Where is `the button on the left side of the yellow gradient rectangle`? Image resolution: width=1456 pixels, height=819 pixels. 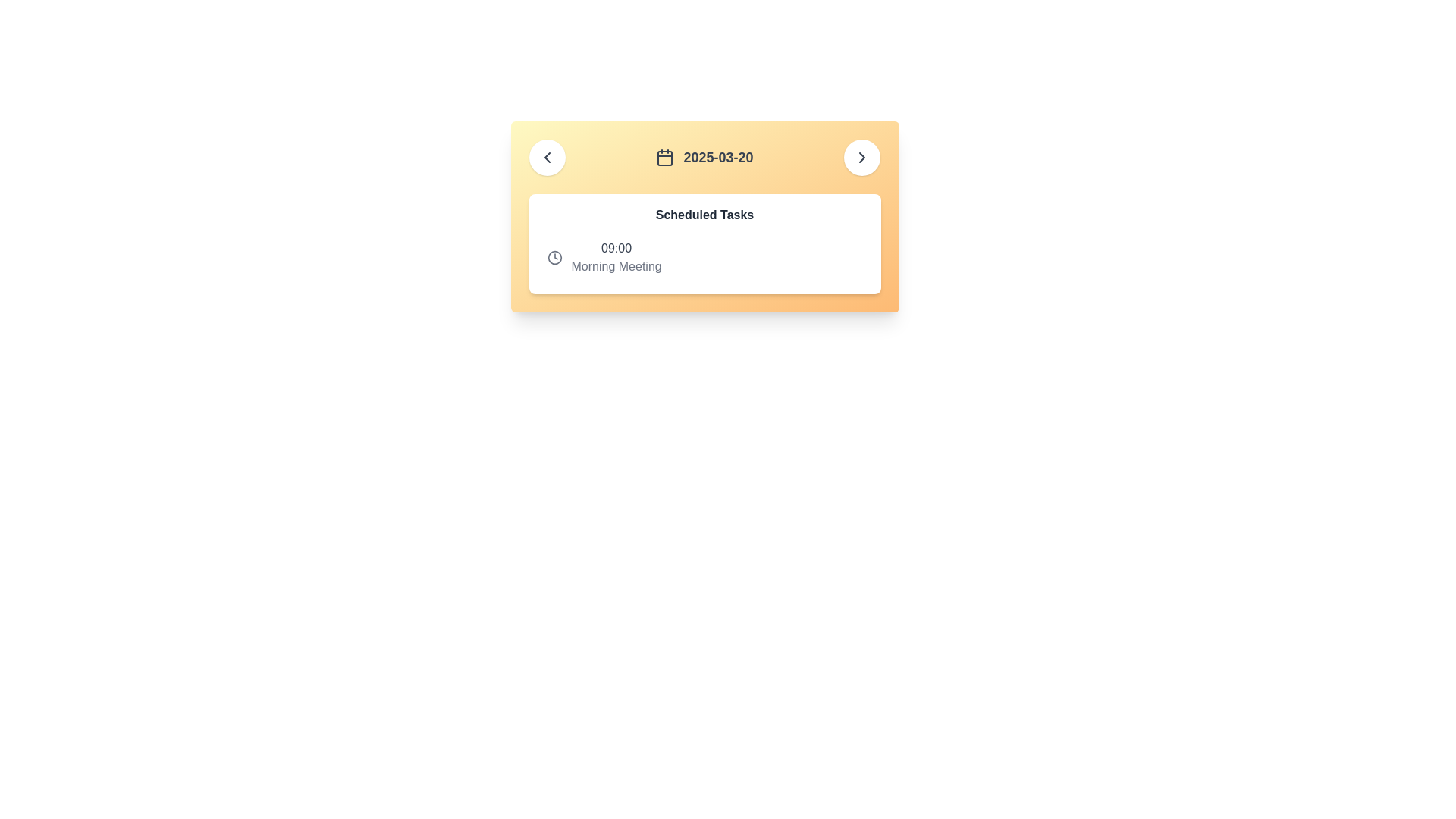 the button on the left side of the yellow gradient rectangle is located at coordinates (546, 158).